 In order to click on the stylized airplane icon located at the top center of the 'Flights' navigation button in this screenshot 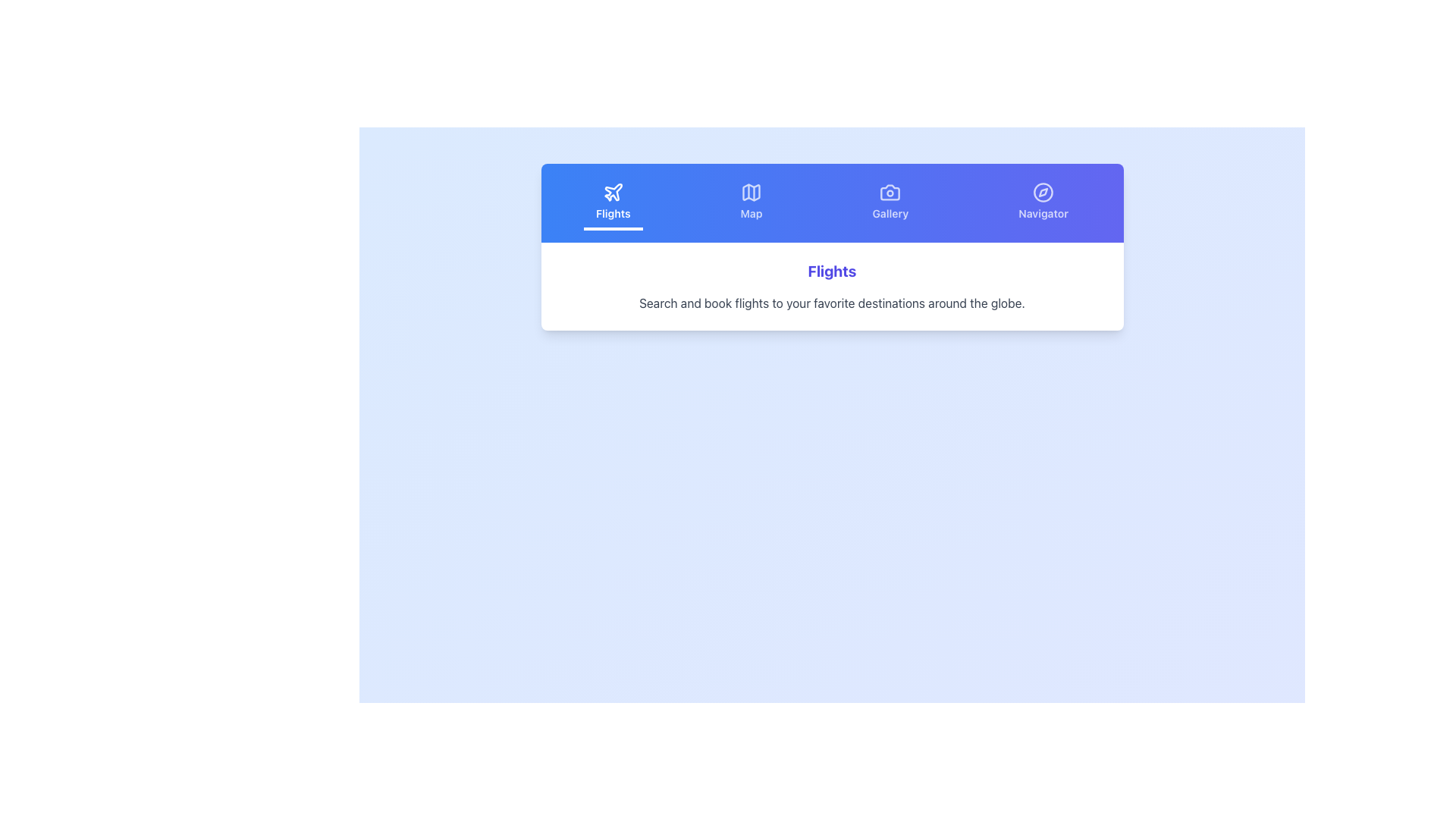, I will do `click(613, 192)`.